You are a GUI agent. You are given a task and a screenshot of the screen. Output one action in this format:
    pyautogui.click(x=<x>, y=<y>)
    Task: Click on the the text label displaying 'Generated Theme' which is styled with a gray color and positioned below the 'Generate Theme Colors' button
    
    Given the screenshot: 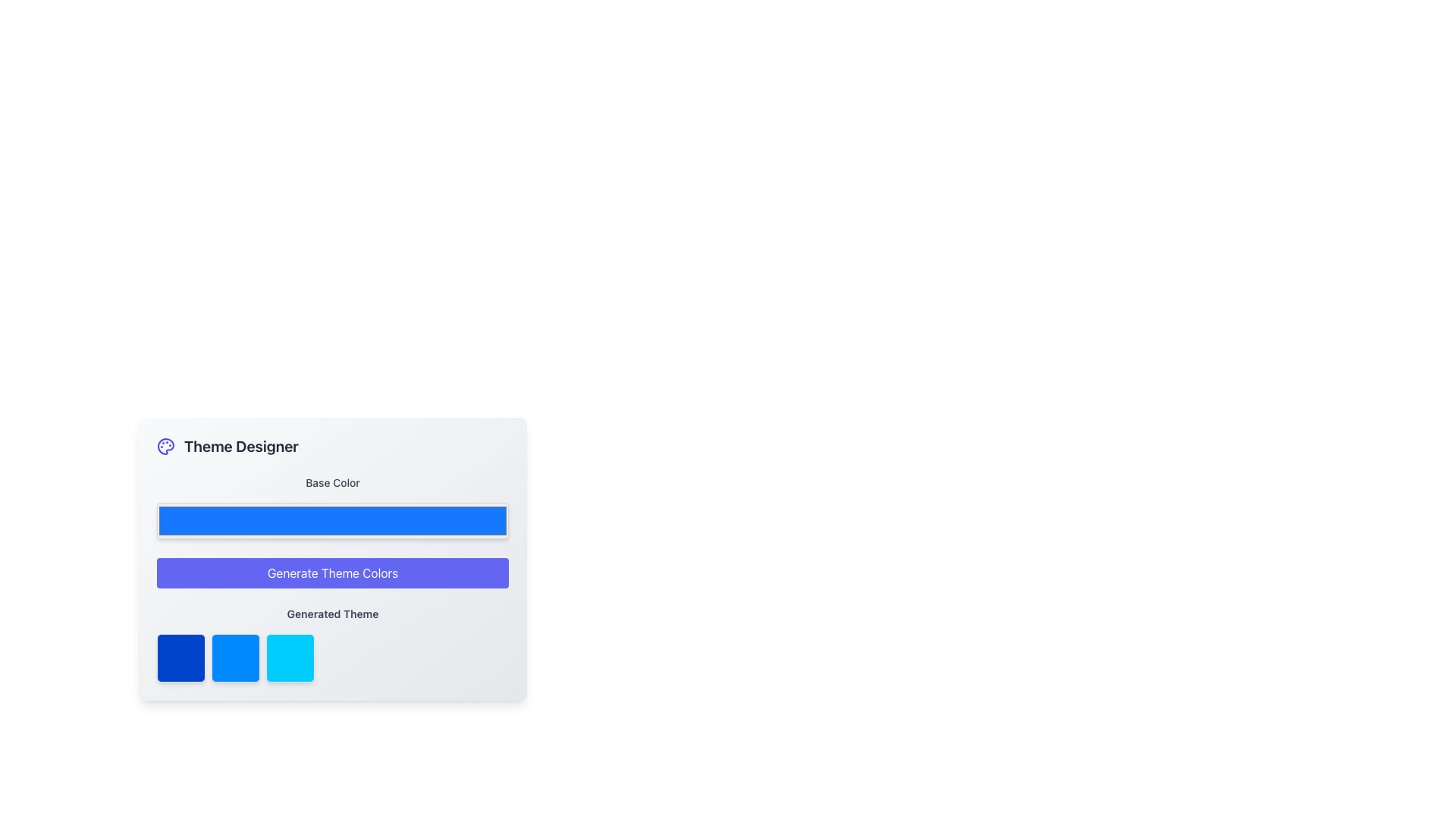 What is the action you would take?
    pyautogui.click(x=331, y=614)
    